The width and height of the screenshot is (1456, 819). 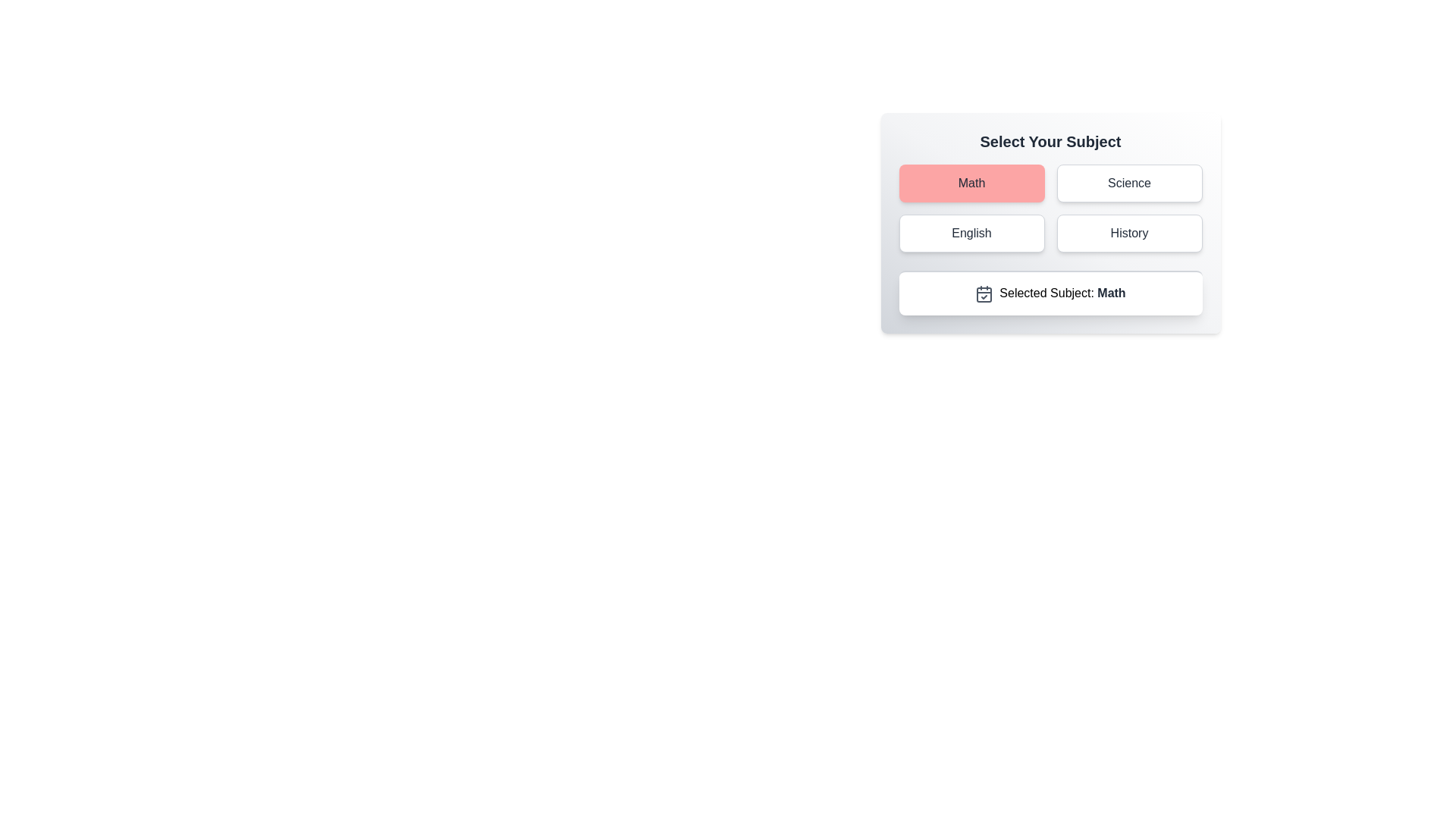 I want to click on the static graphic element of the calendar icon, which is a rectangular shape with rounded corners, centrally positioned among other graphical elements, so click(x=984, y=294).